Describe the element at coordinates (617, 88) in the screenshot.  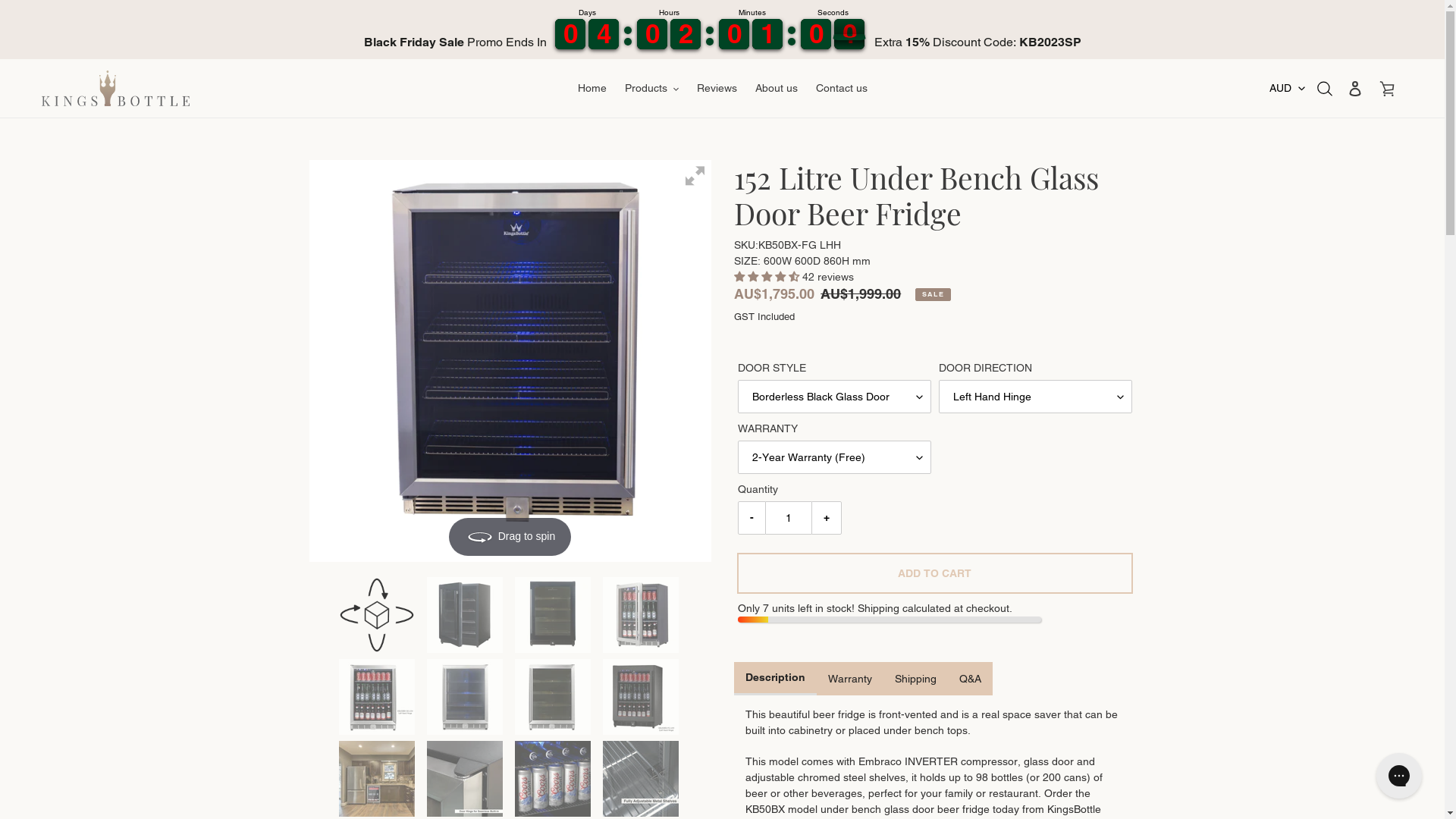
I see `'Products'` at that location.